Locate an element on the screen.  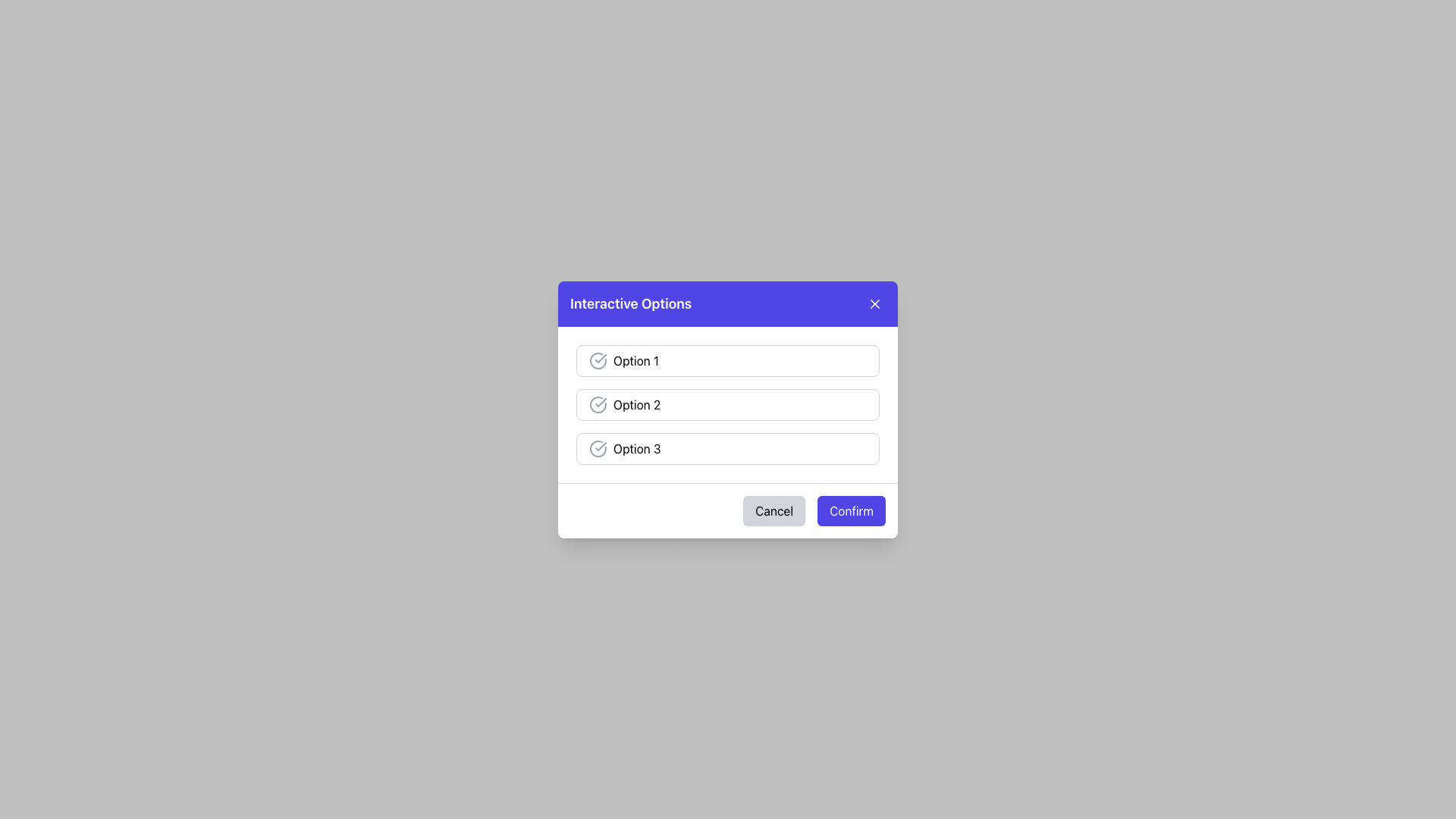
the cross close icon located at the top-right corner of the modal header is located at coordinates (874, 303).